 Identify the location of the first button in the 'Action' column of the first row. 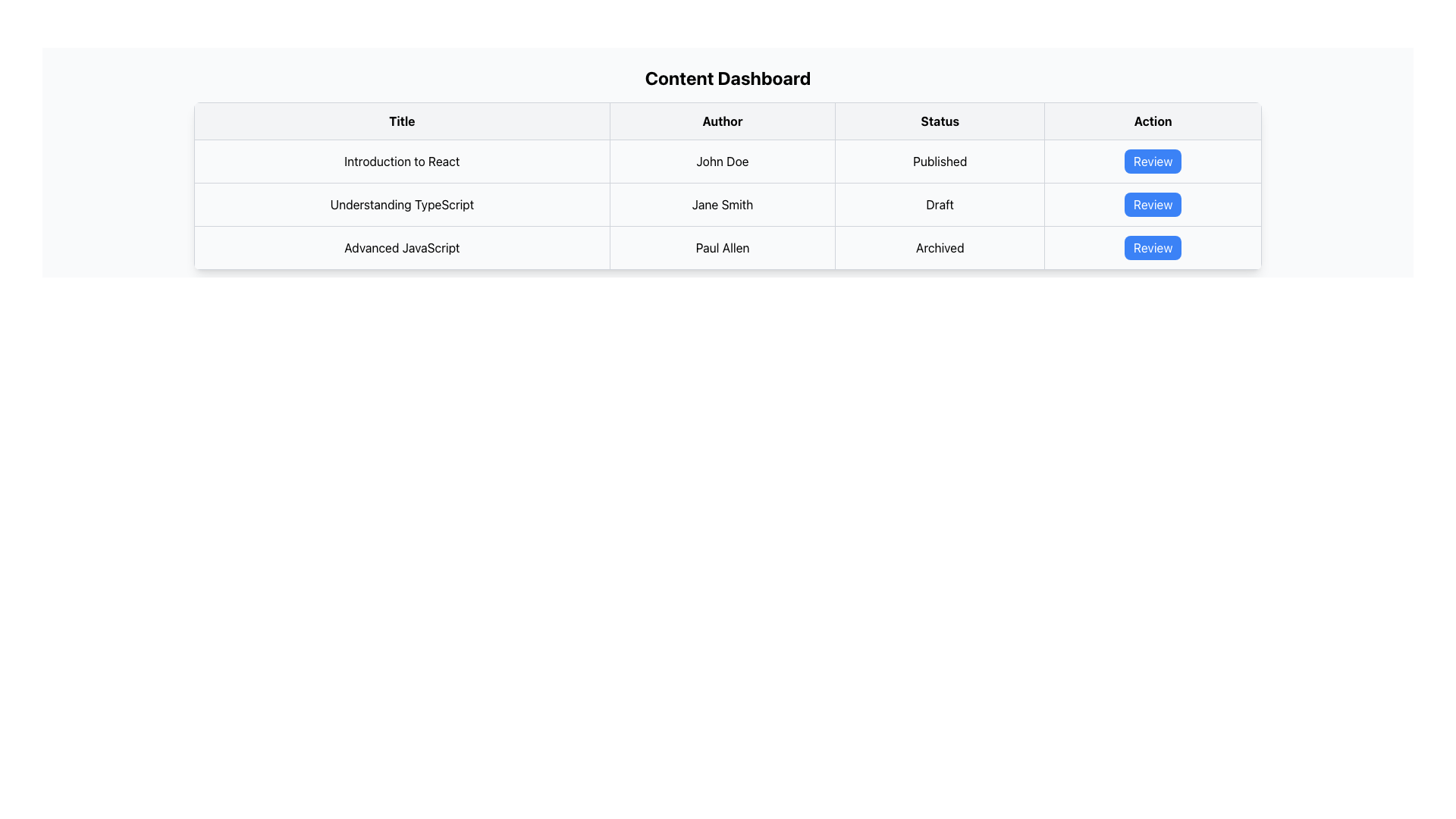
(1153, 161).